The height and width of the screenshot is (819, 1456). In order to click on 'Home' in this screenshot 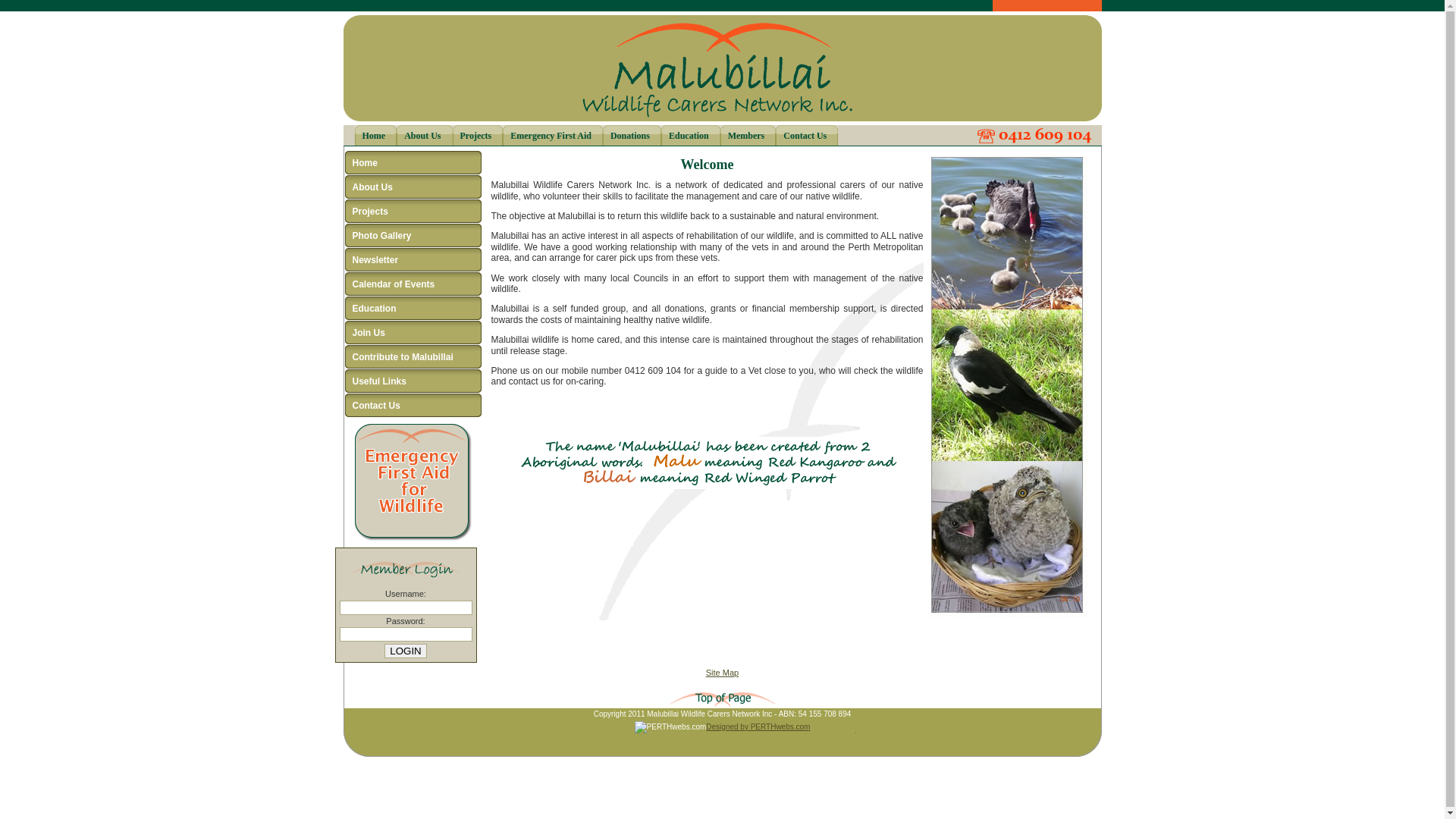, I will do `click(412, 163)`.